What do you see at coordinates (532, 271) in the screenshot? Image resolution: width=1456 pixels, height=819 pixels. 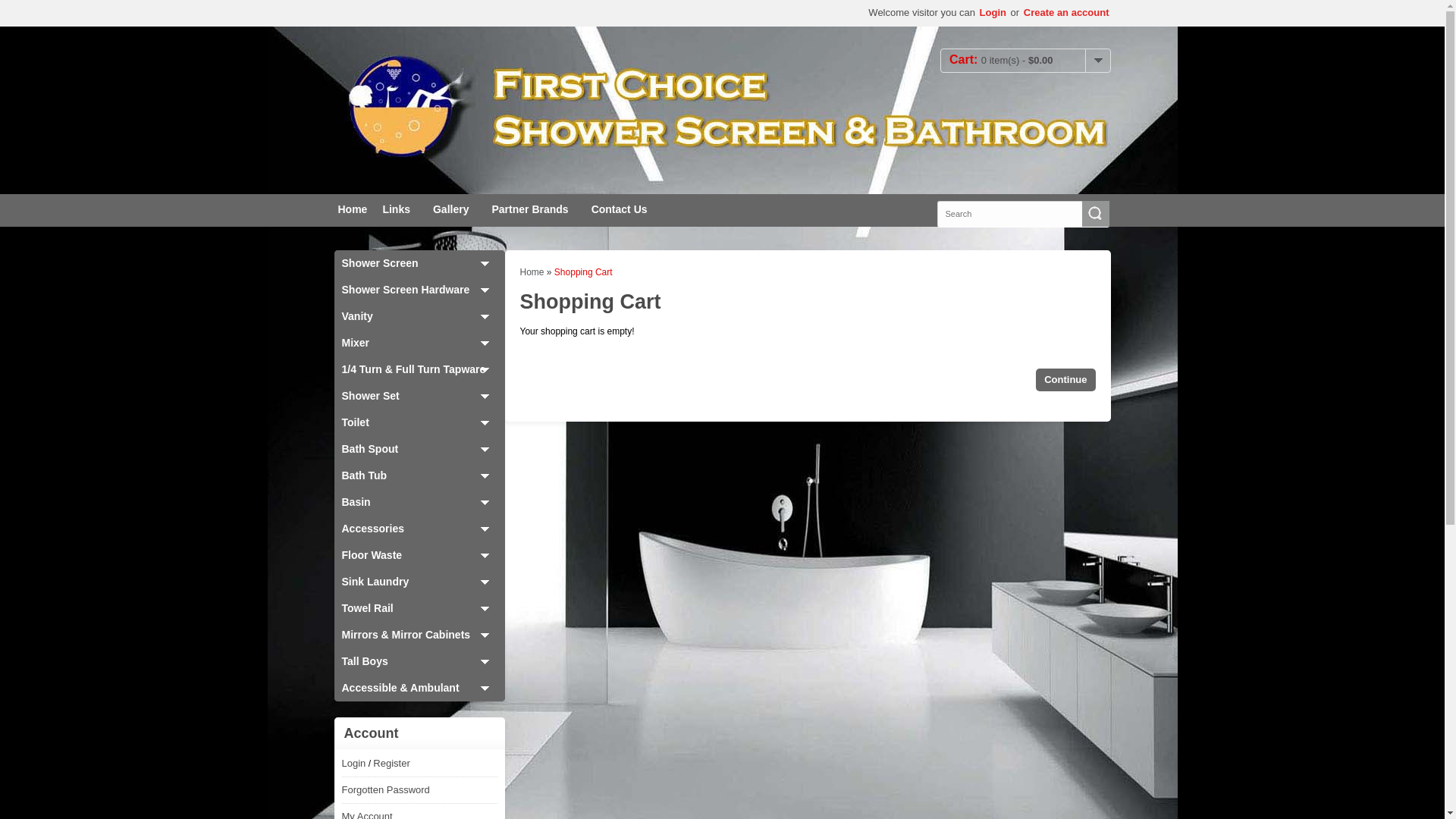 I see `'Home'` at bounding box center [532, 271].